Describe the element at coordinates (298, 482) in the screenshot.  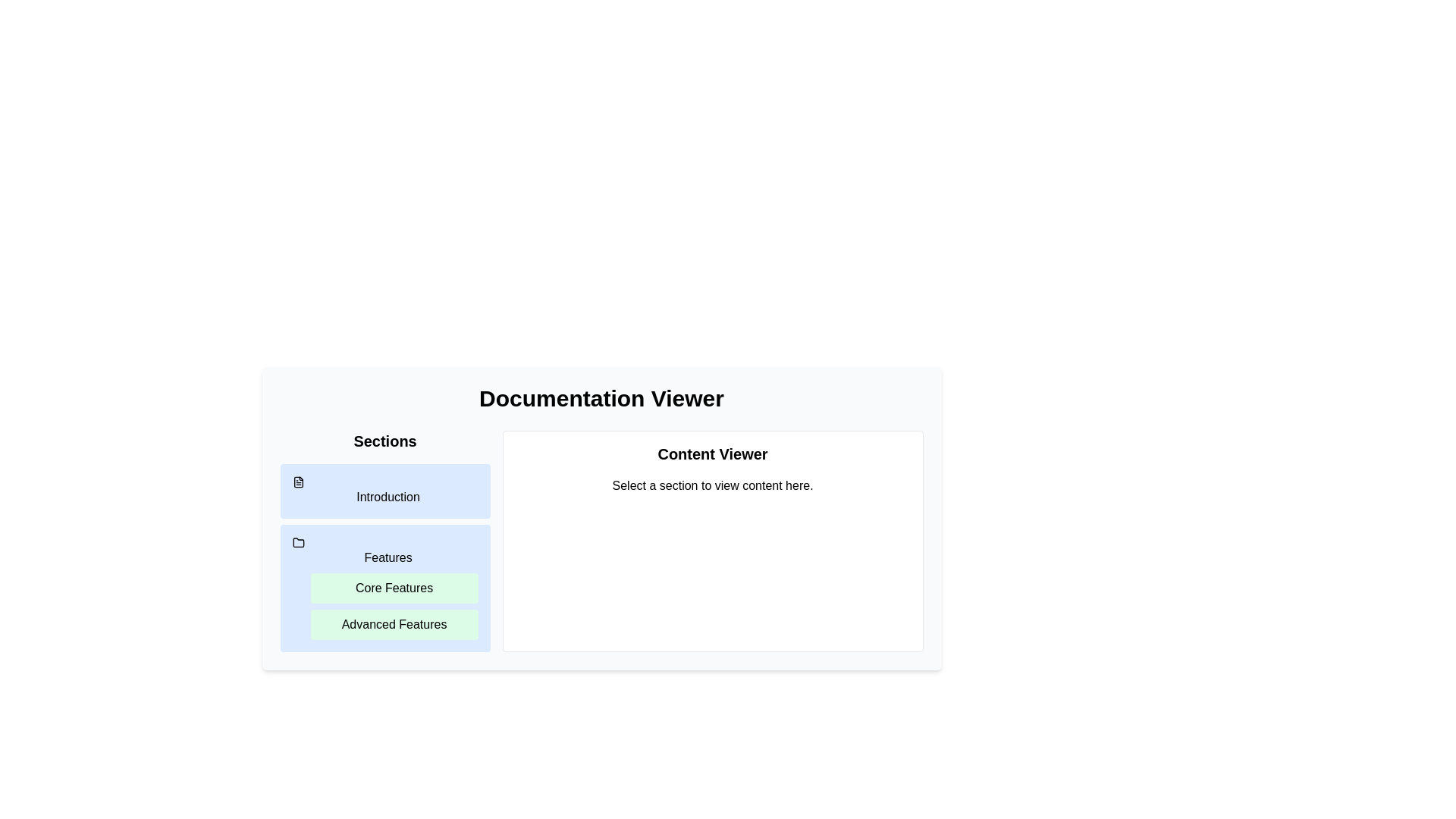
I see `the document icon located at the top-left corner of the 'Sections' panel, which is adjacent to the 'Introduction' text` at that location.